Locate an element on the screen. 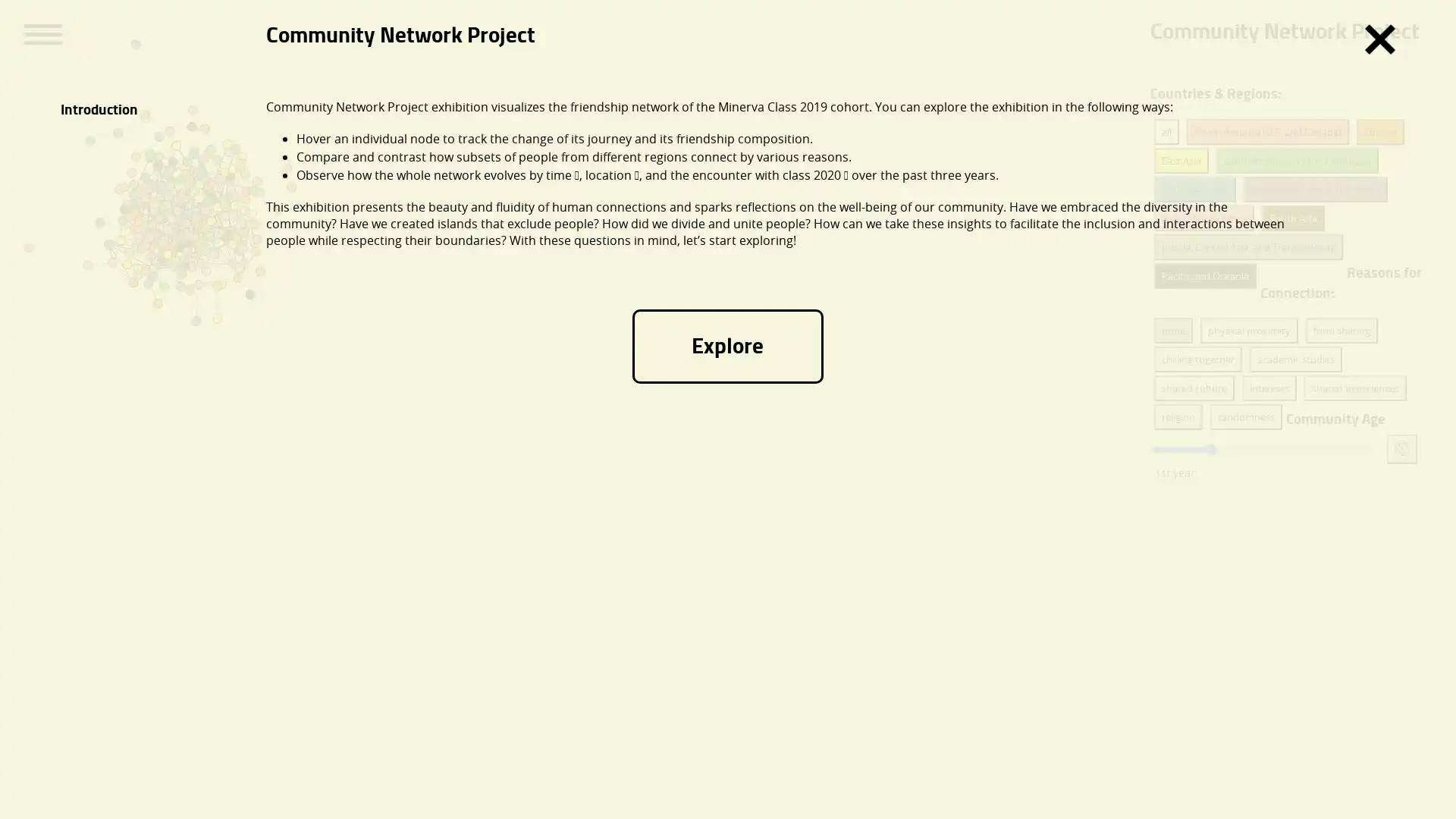  physical proximity is located at coordinates (1249, 329).